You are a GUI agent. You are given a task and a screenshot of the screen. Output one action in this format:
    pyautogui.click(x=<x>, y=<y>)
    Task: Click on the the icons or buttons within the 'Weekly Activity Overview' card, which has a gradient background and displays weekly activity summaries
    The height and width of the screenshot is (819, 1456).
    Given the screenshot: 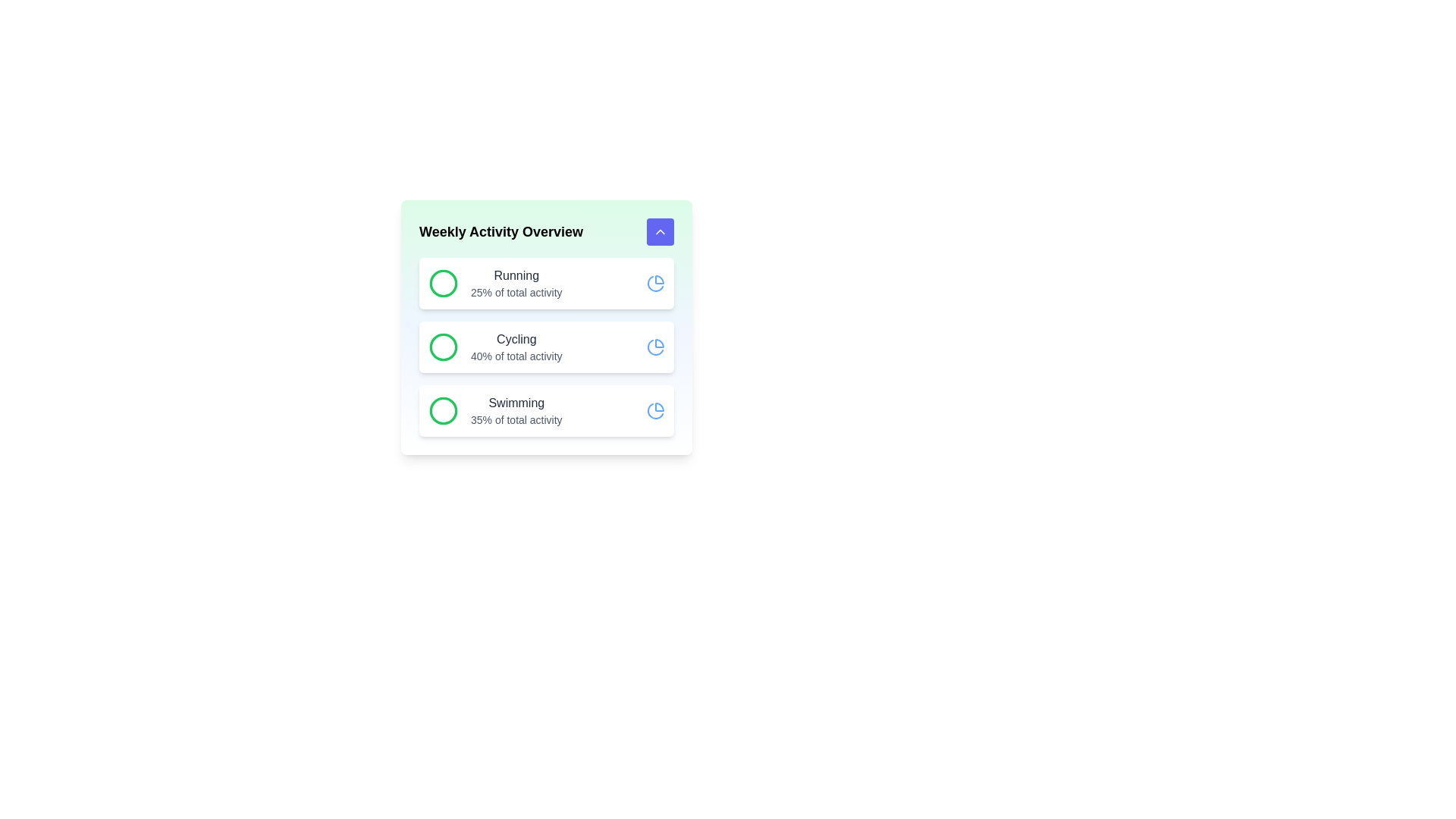 What is the action you would take?
    pyautogui.click(x=546, y=327)
    